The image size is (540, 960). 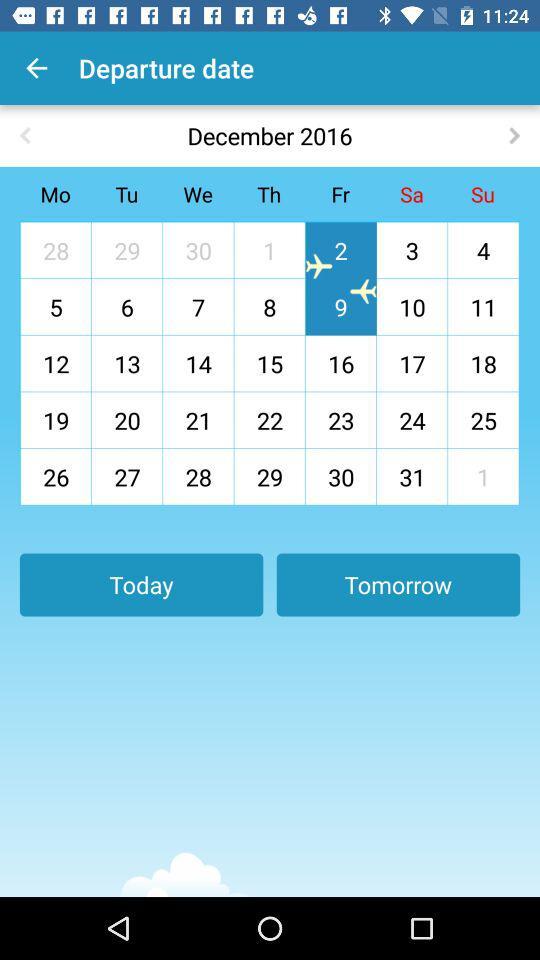 I want to click on the arrow_forward icon, so click(x=514, y=134).